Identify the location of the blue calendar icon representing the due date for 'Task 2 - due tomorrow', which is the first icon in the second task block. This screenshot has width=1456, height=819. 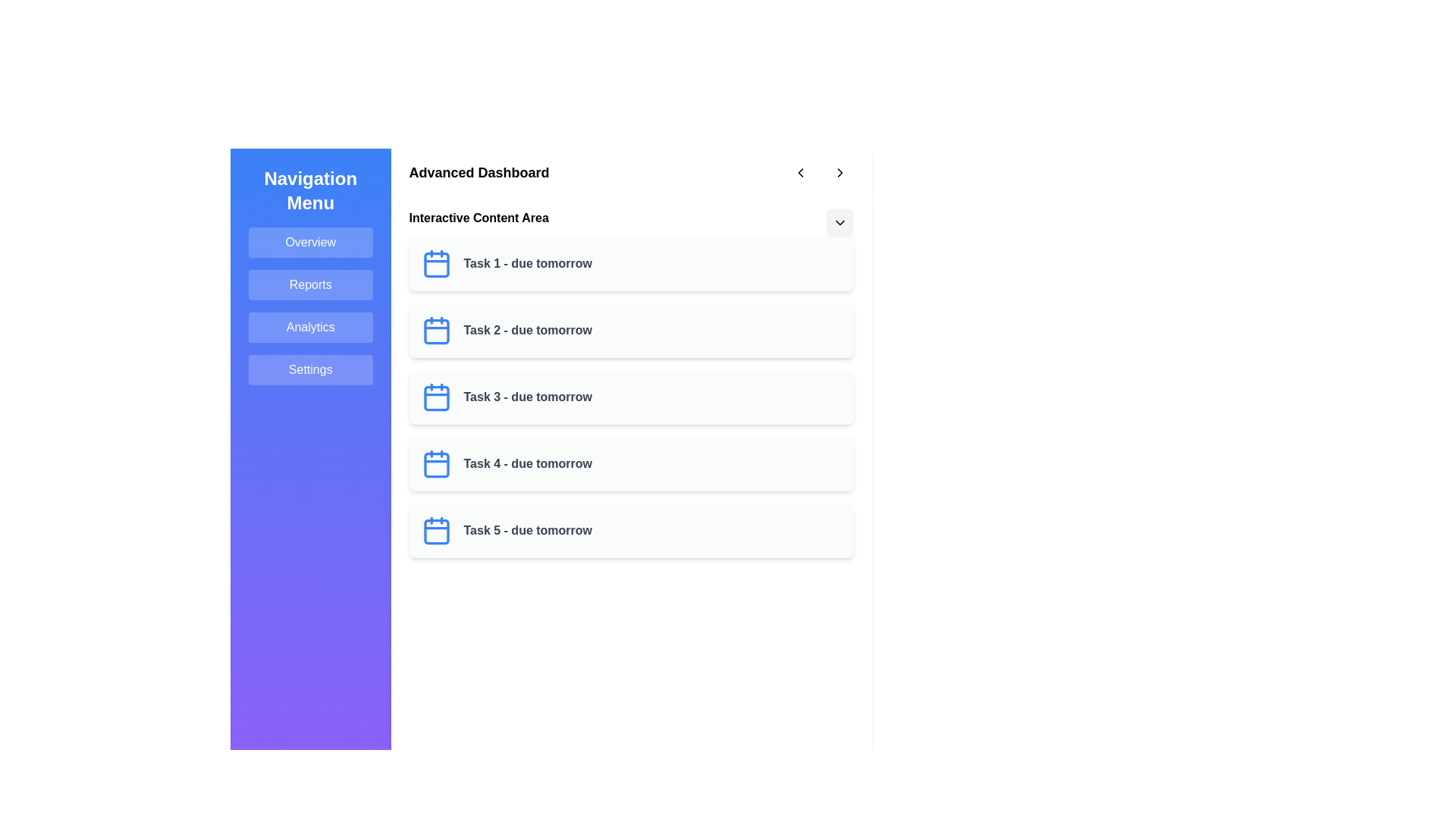
(435, 329).